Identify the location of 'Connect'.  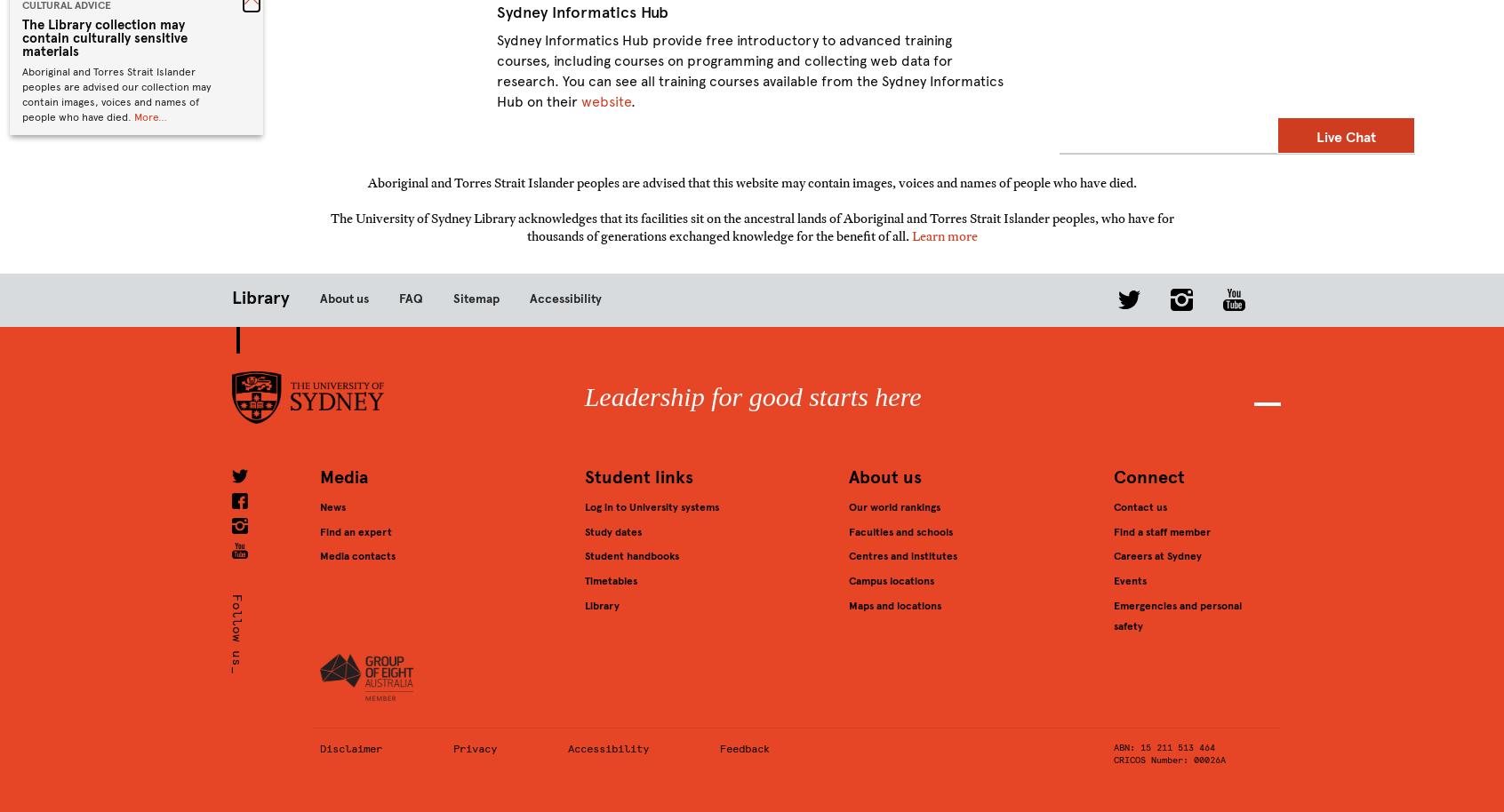
(1148, 475).